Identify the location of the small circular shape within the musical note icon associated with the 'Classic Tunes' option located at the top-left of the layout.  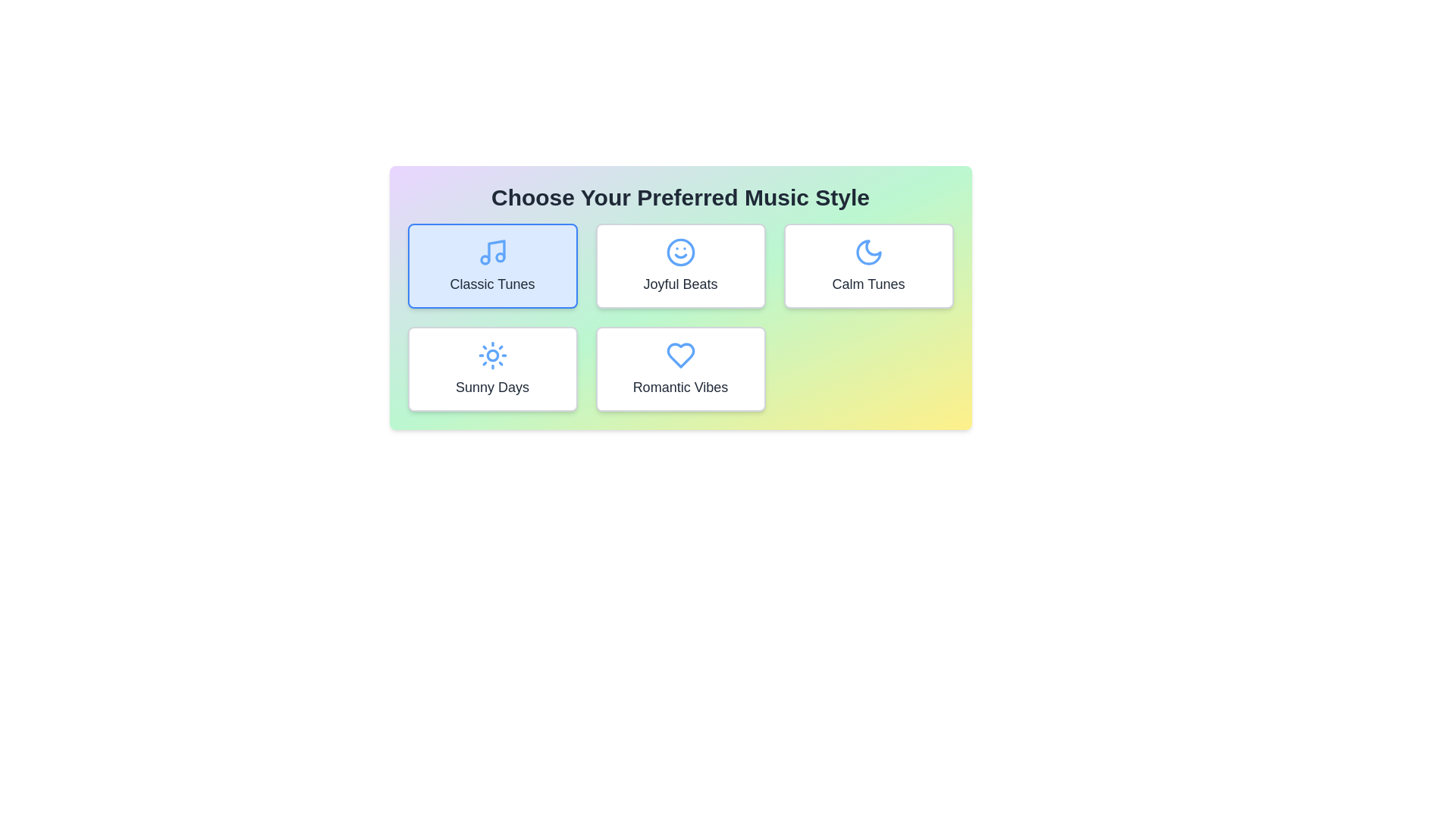
(484, 259).